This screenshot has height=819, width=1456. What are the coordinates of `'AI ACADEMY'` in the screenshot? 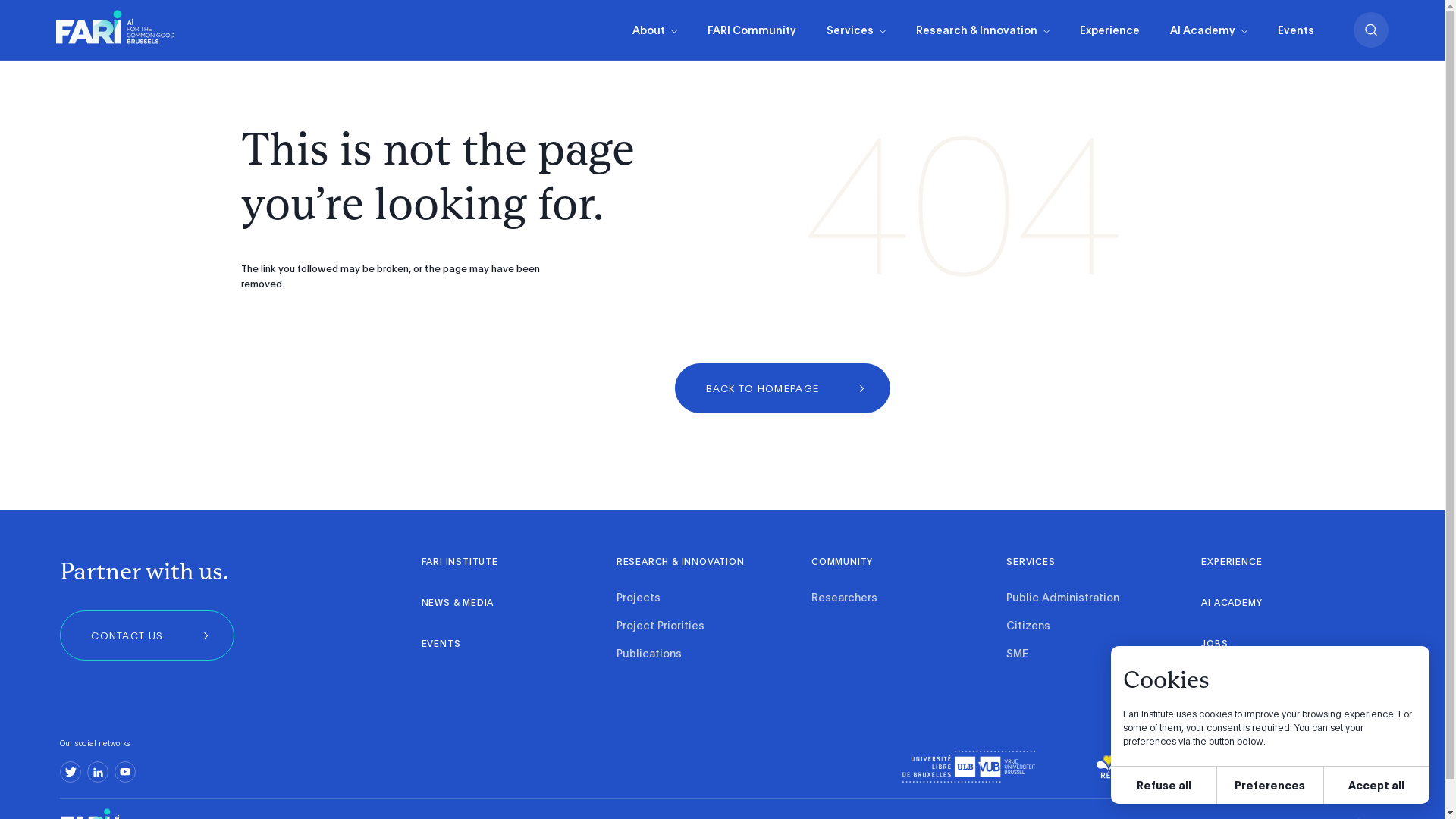 It's located at (1231, 602).